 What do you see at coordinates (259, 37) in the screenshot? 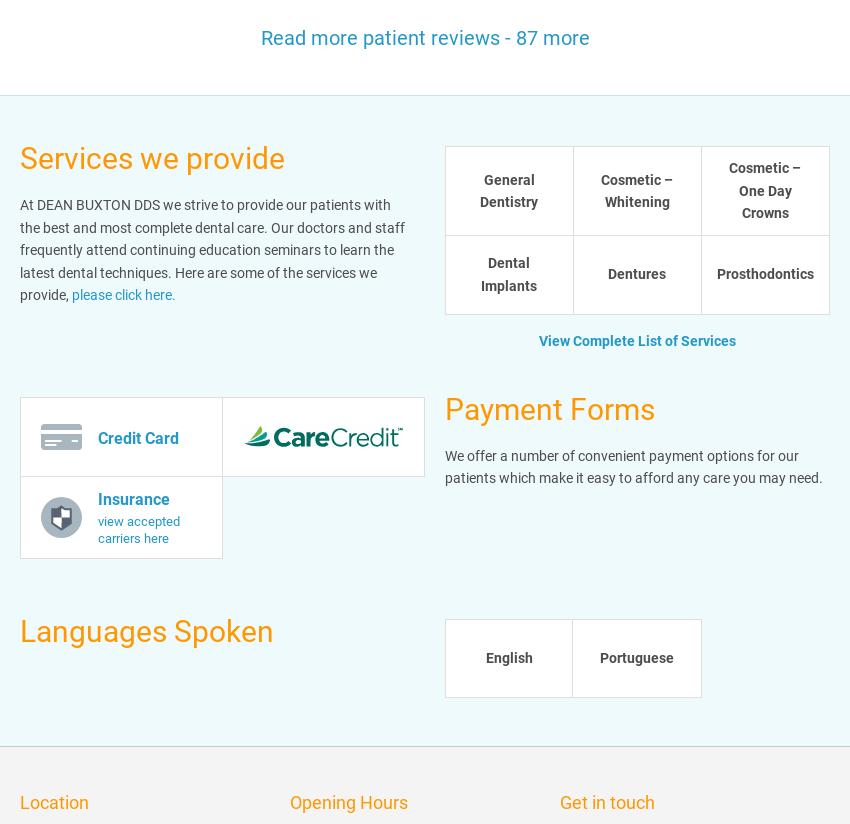
I see `'Read more patient reviews - 87 more'` at bounding box center [259, 37].